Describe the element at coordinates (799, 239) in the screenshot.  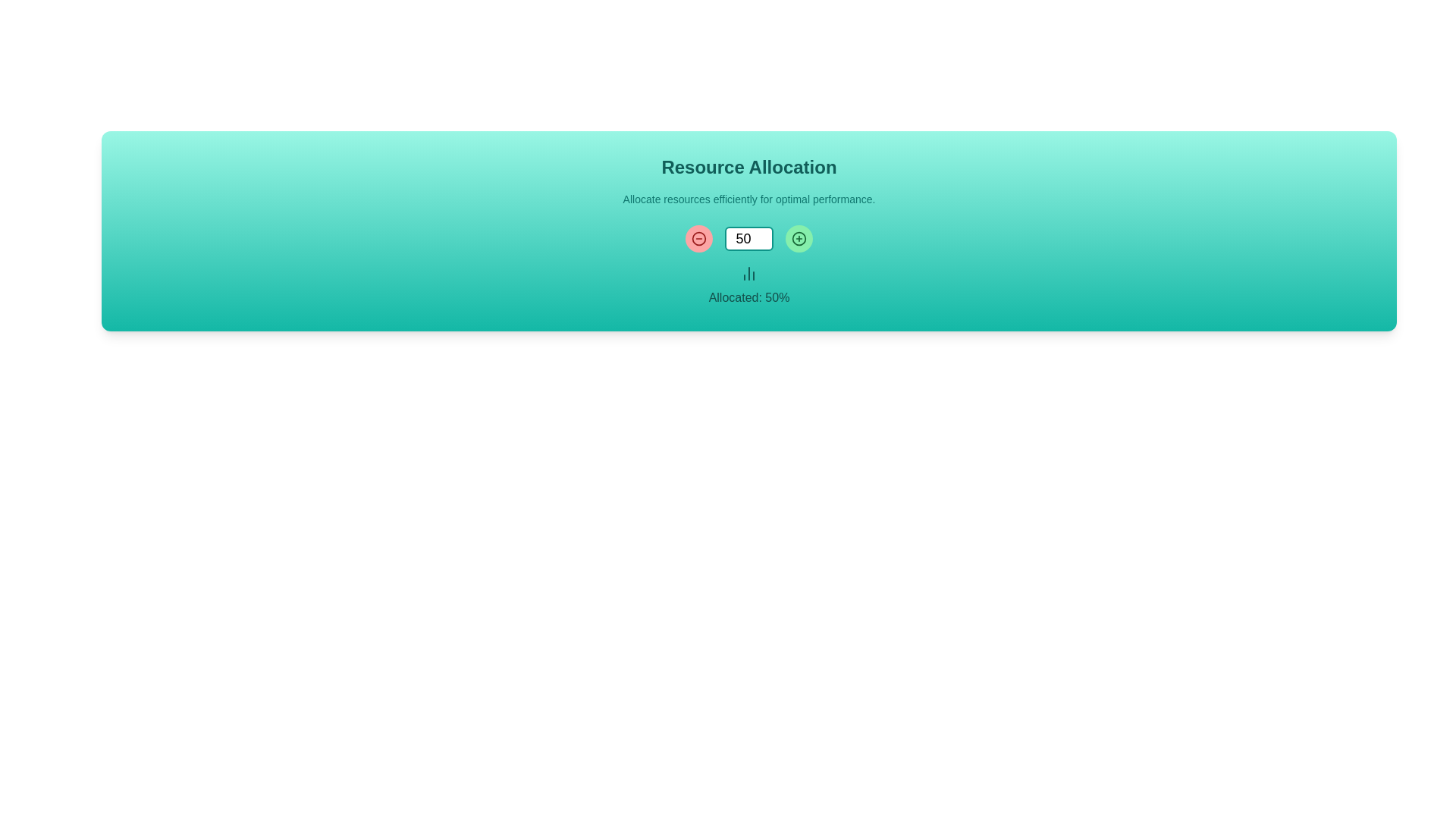
I see `the Circular SVG icon embedded within the green button on the rightmost side of the resource allocation controls` at that location.